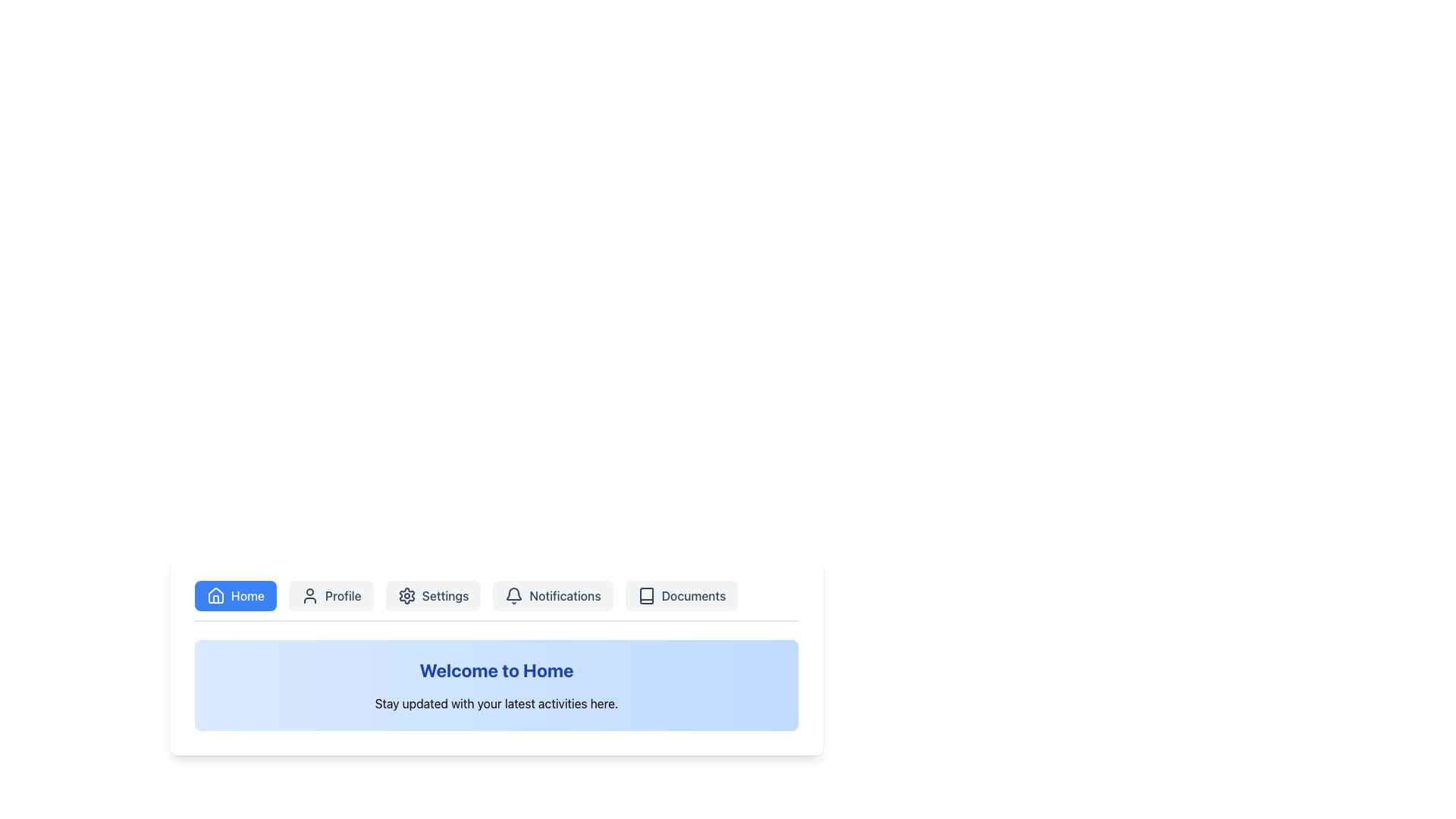  What do you see at coordinates (215, 595) in the screenshot?
I see `the home icon in the navigation bar, which is the leftmost button labeled 'Home'` at bounding box center [215, 595].